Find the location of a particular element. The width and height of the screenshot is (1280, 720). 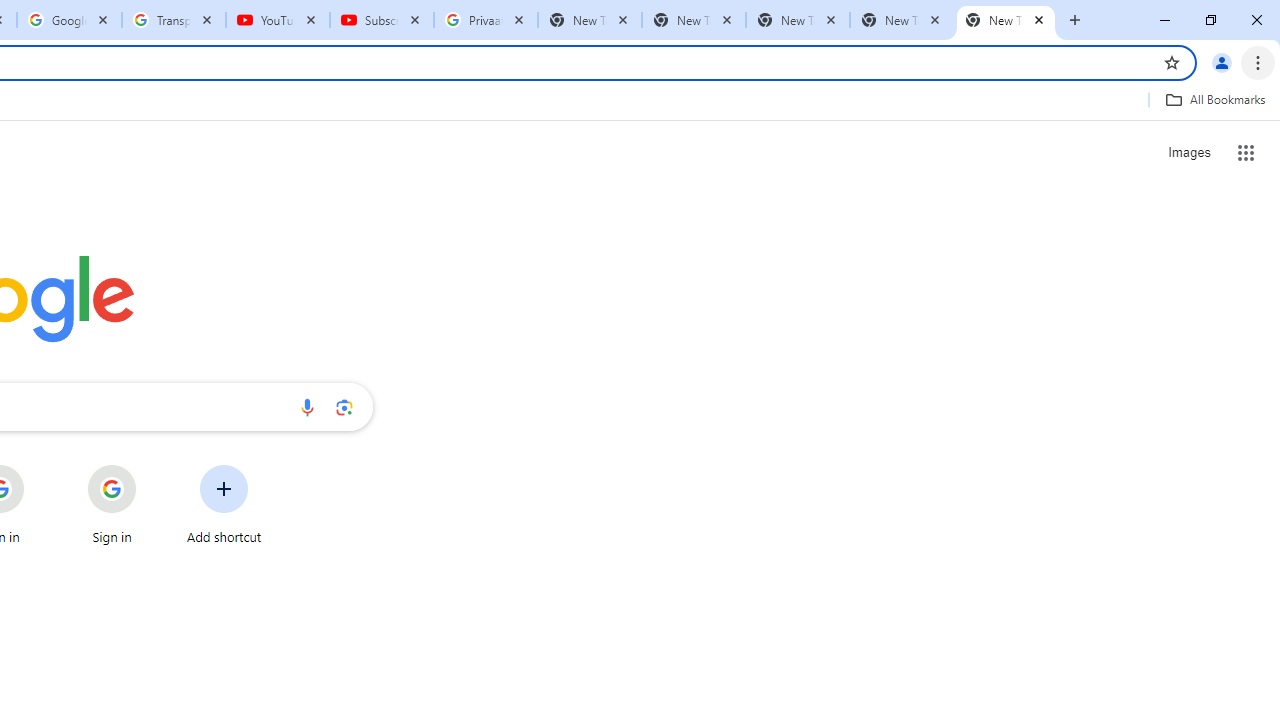

'New Tab' is located at coordinates (1006, 20).